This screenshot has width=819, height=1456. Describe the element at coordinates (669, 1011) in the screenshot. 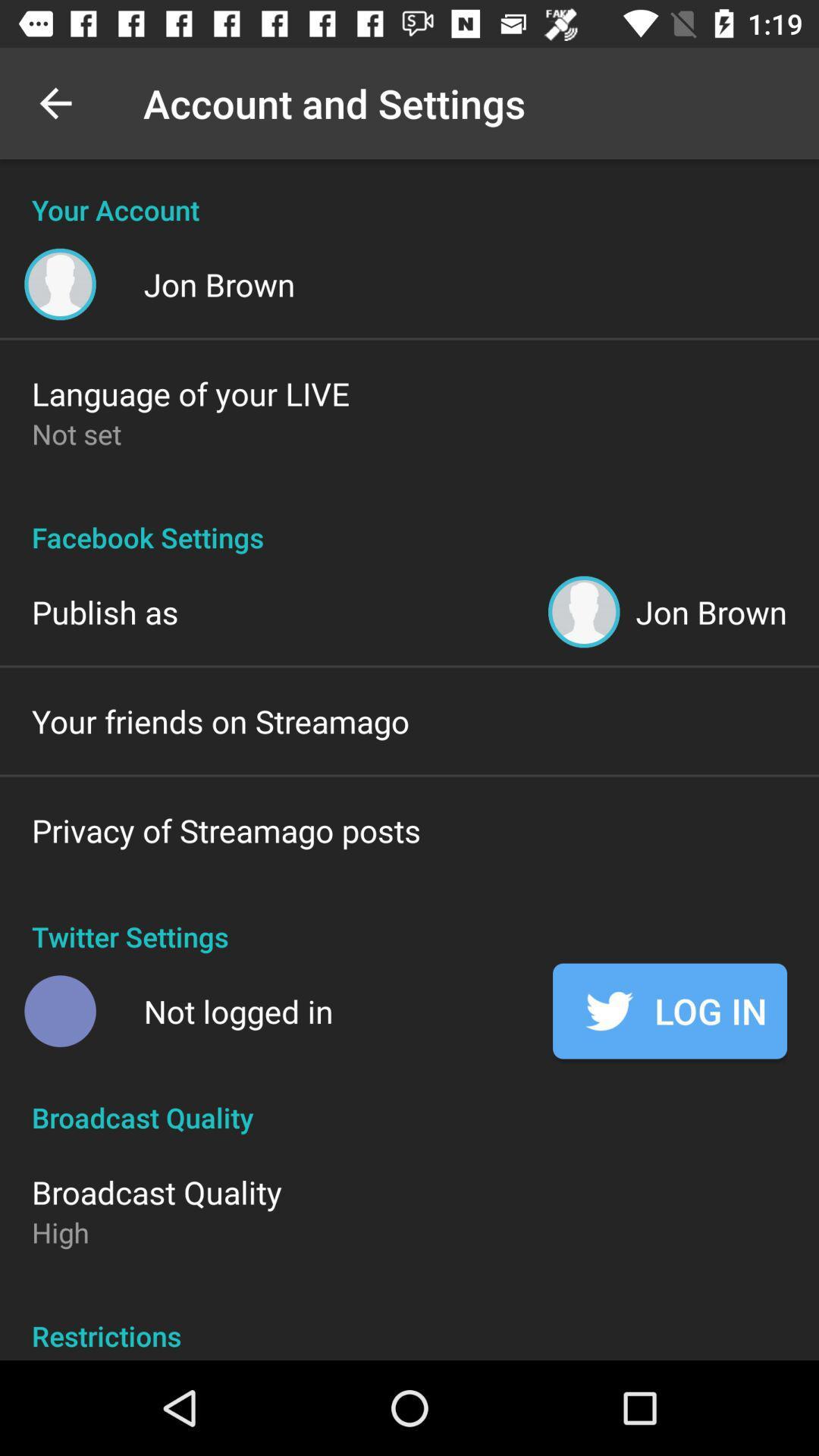

I see `item next to the not logged in` at that location.